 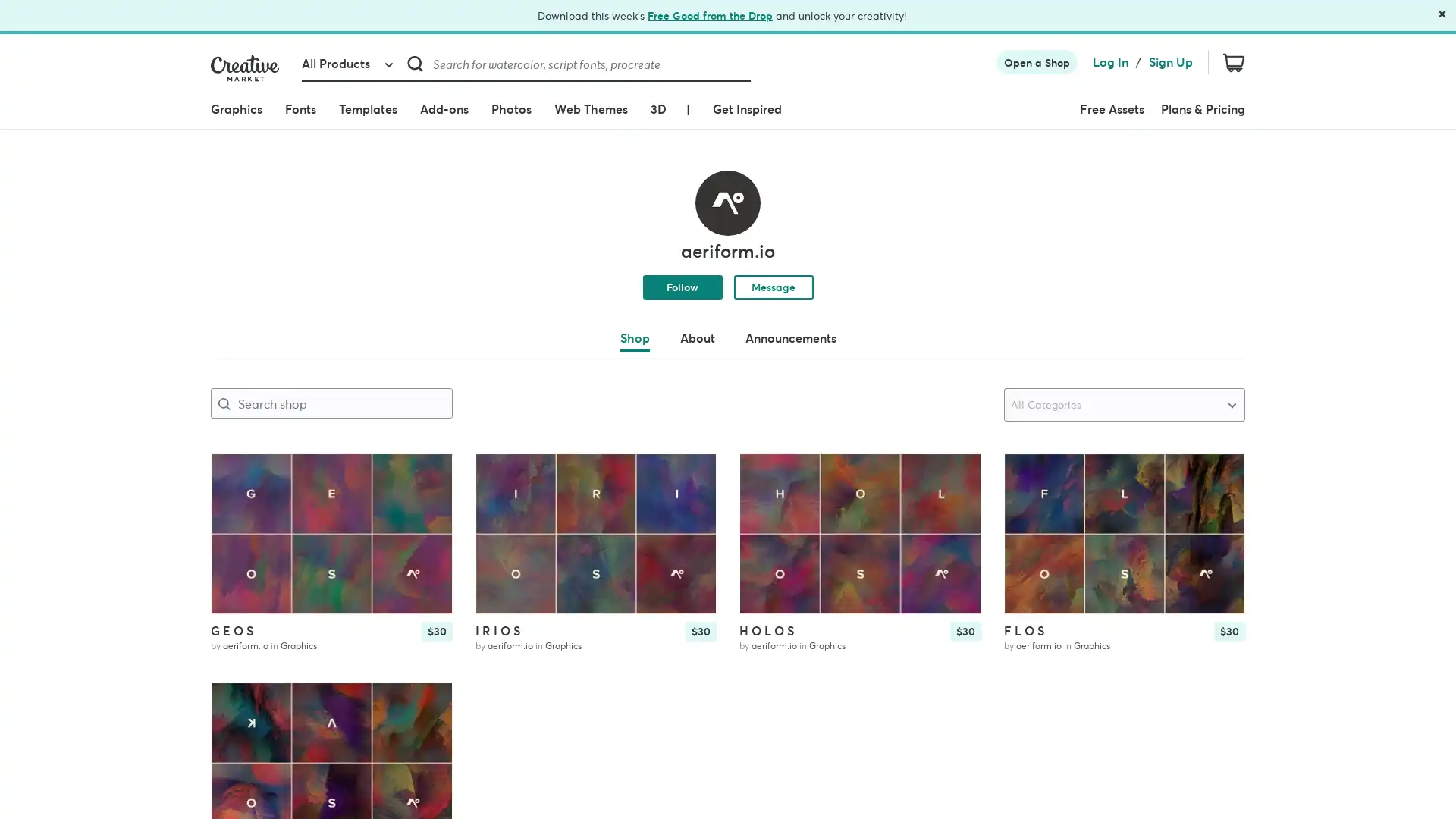 What do you see at coordinates (426, 475) in the screenshot?
I see `Like` at bounding box center [426, 475].